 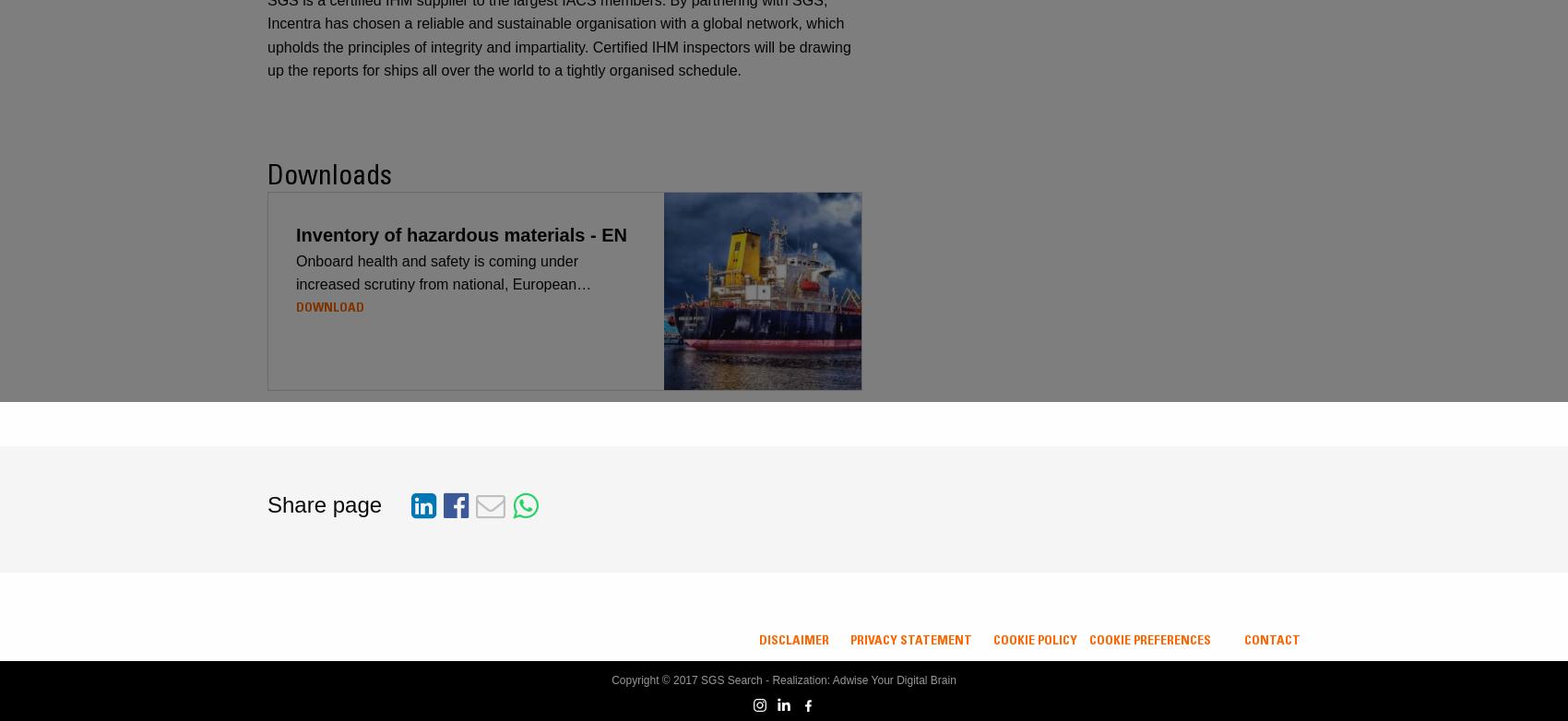 I want to click on 'Cookie Preferences', so click(x=1148, y=638).